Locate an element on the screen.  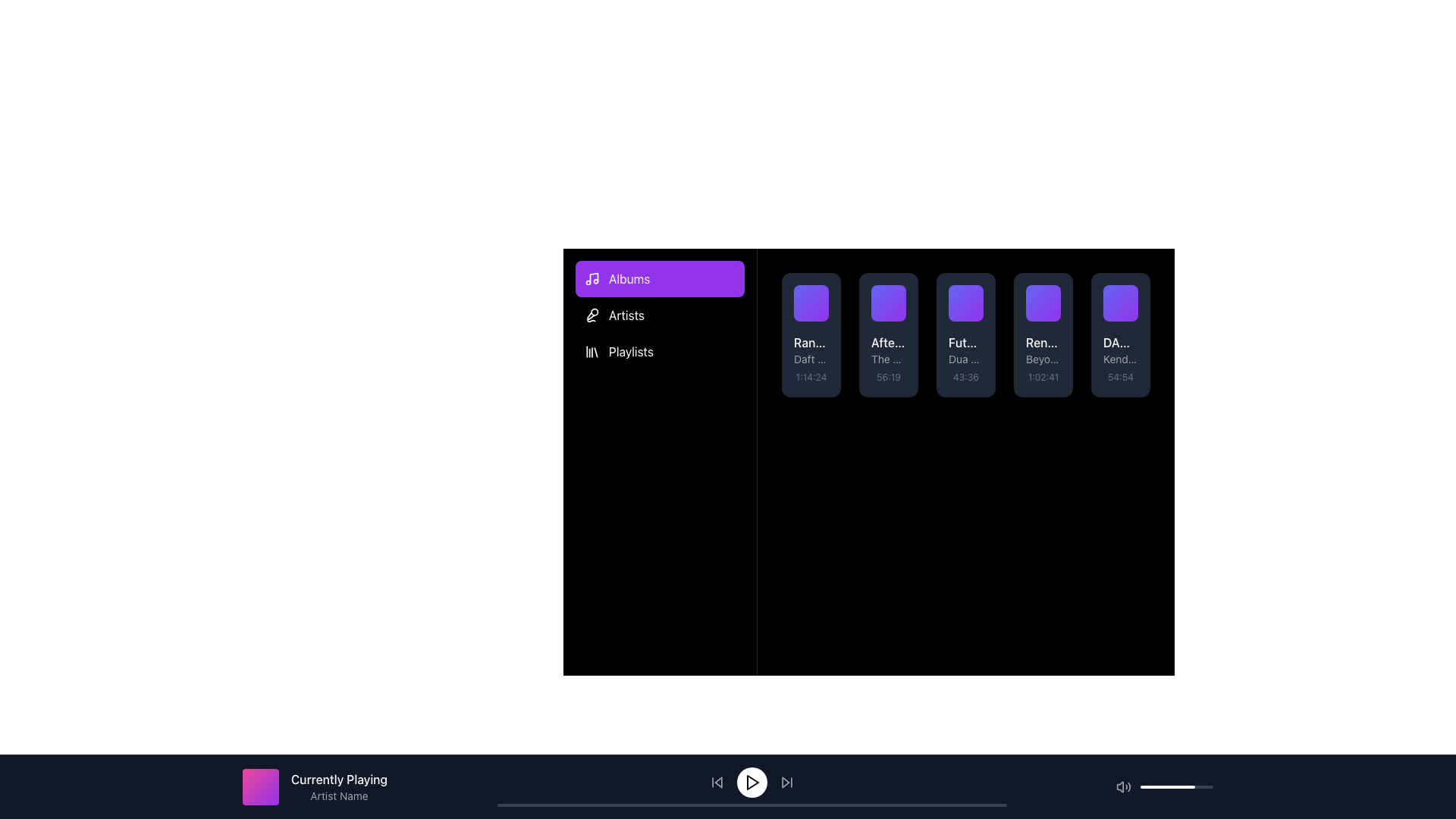
the favorite icon located at the top part of the first album card in the second main column of the interface, which toggles between liked and unliked statuses is located at coordinates (818, 294).